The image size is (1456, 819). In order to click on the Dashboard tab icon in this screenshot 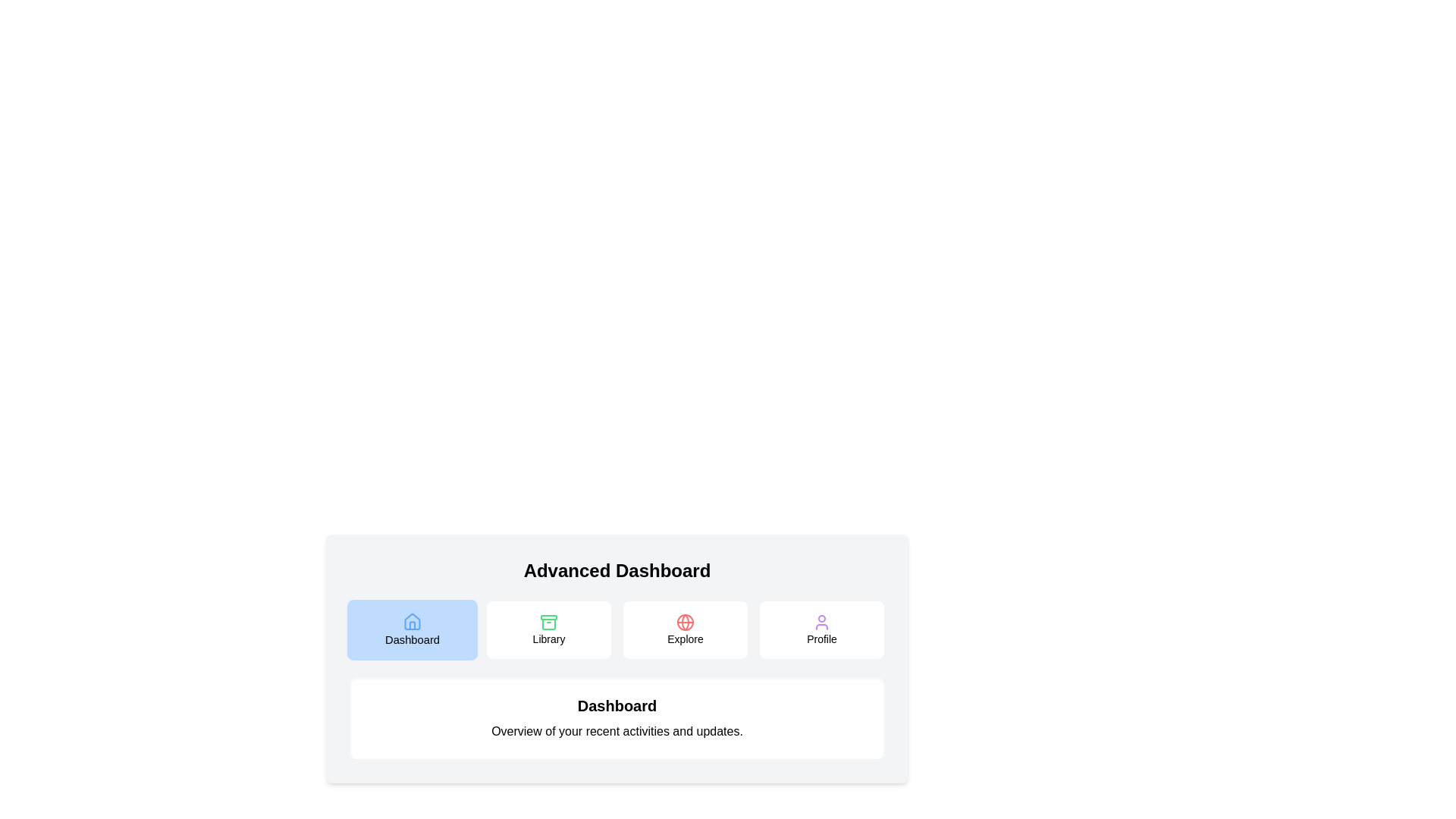, I will do `click(412, 629)`.